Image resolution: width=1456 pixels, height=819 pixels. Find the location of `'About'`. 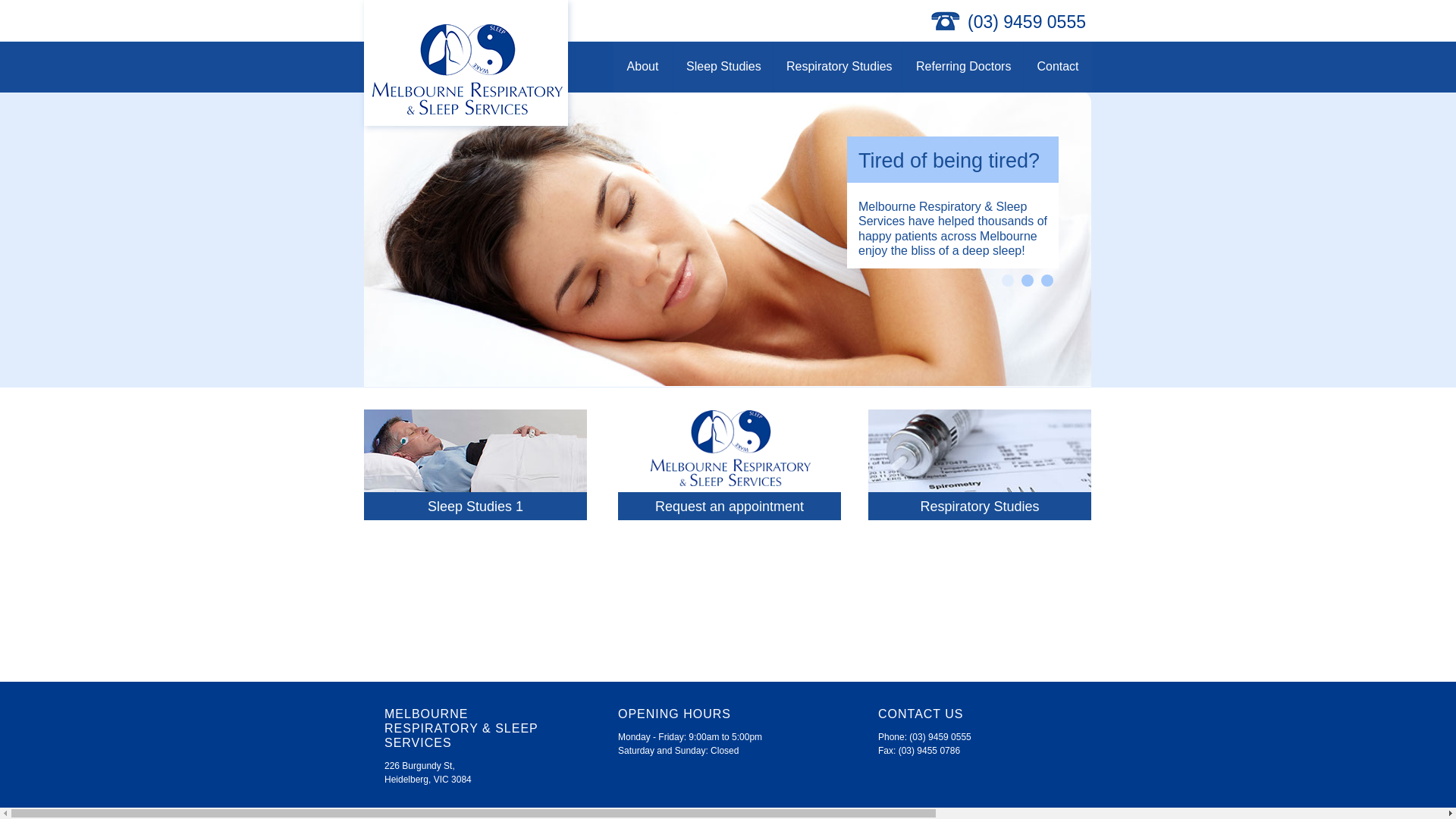

'About' is located at coordinates (613, 65).